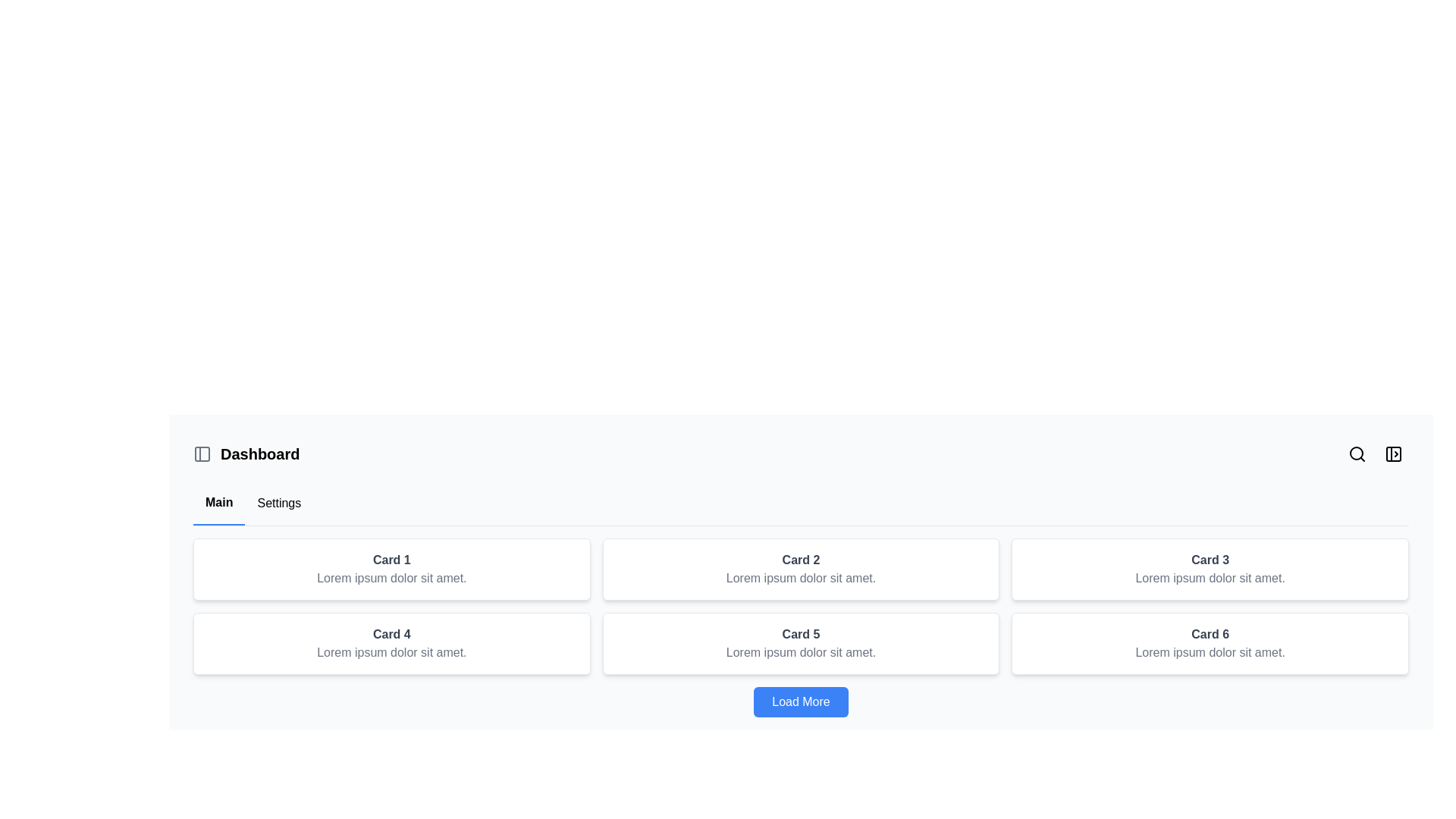 This screenshot has width=1456, height=819. Describe the element at coordinates (1210, 651) in the screenshot. I see `the static text located at the bottom of 'Card 6' in the second row of the grid layout` at that location.